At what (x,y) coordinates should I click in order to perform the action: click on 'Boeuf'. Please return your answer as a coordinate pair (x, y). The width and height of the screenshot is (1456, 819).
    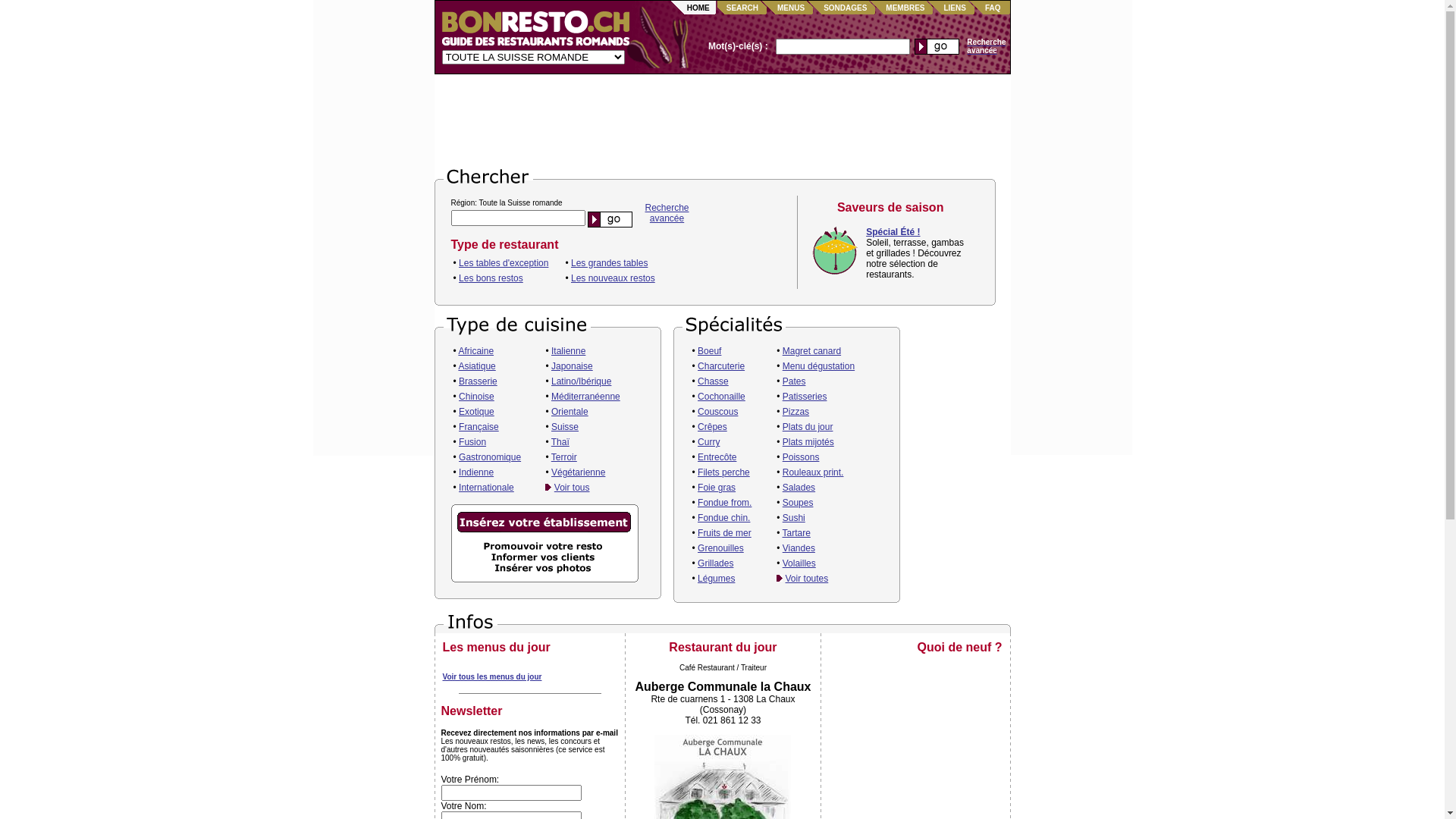
    Looking at the image, I should click on (697, 350).